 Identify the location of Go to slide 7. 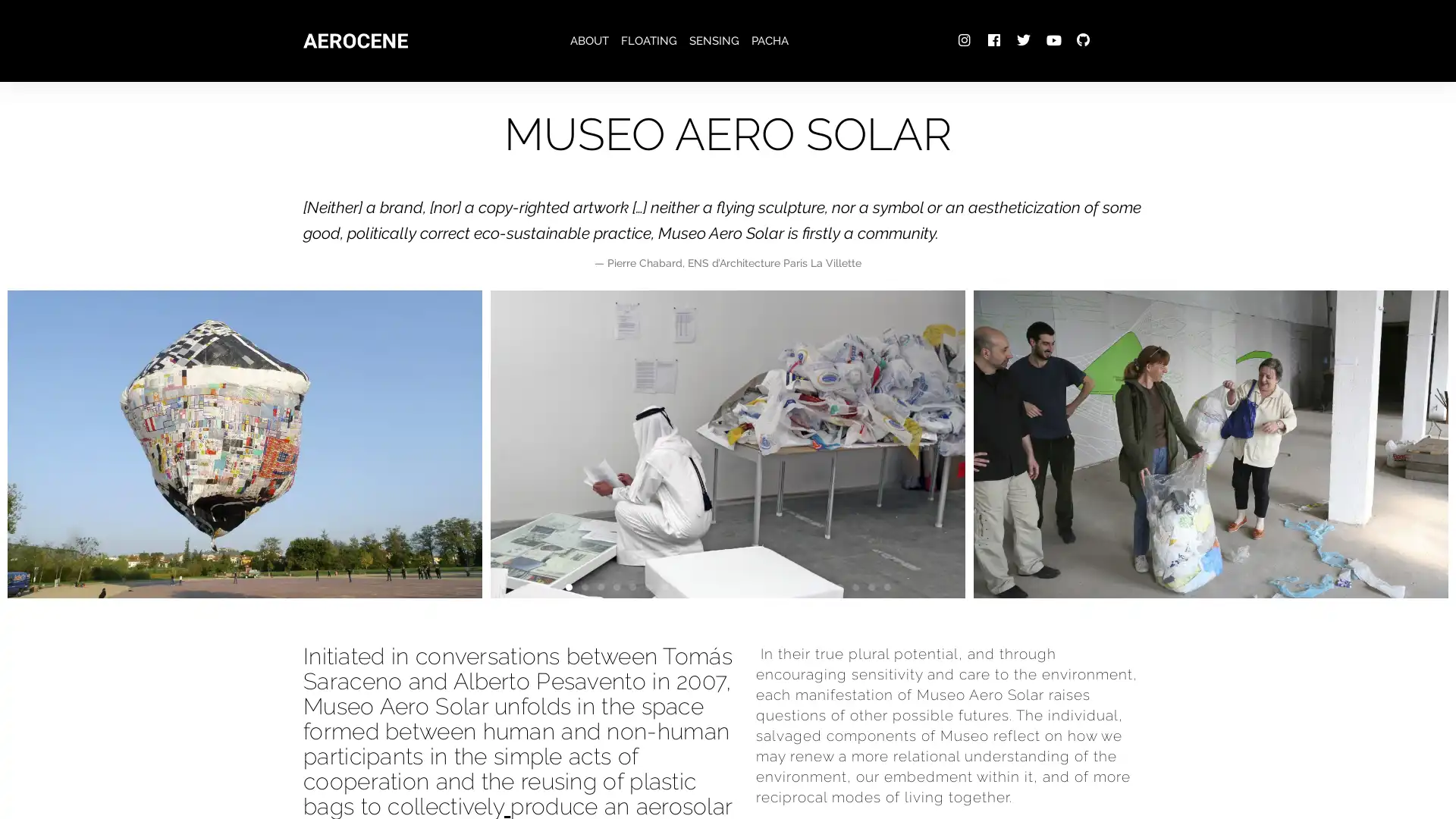
(664, 586).